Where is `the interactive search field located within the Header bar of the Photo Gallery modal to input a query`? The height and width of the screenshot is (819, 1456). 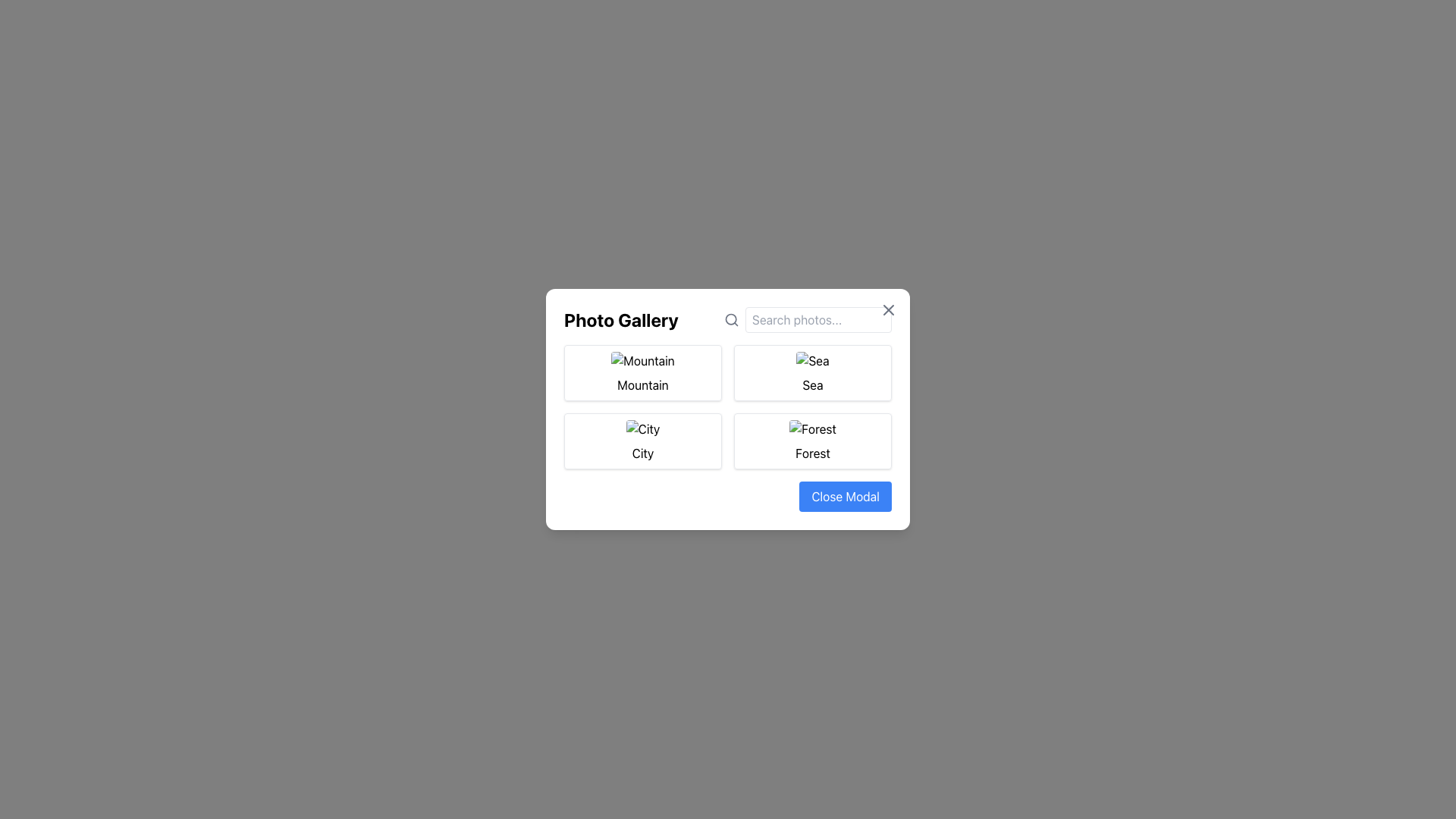 the interactive search field located within the Header bar of the Photo Gallery modal to input a query is located at coordinates (728, 318).